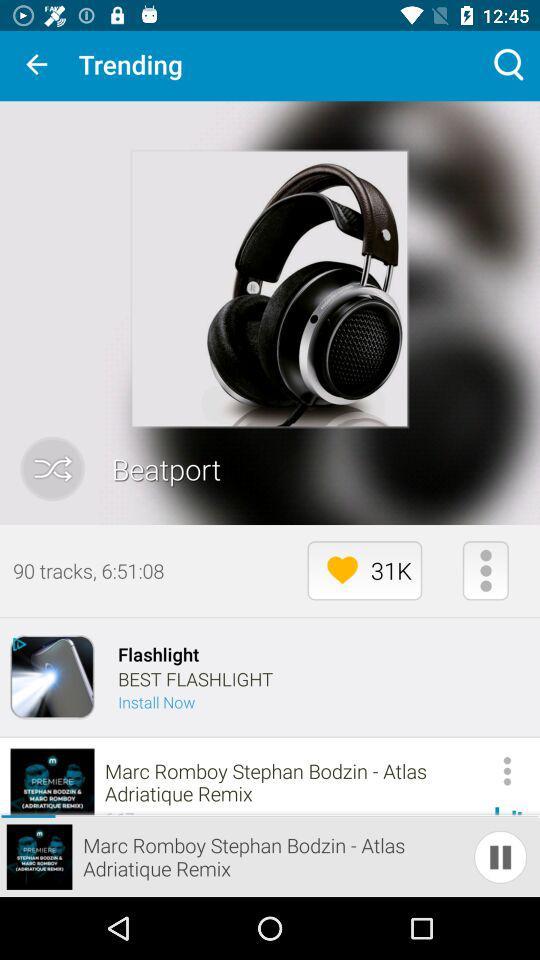 This screenshot has width=540, height=960. What do you see at coordinates (484, 570) in the screenshot?
I see `the more icon` at bounding box center [484, 570].